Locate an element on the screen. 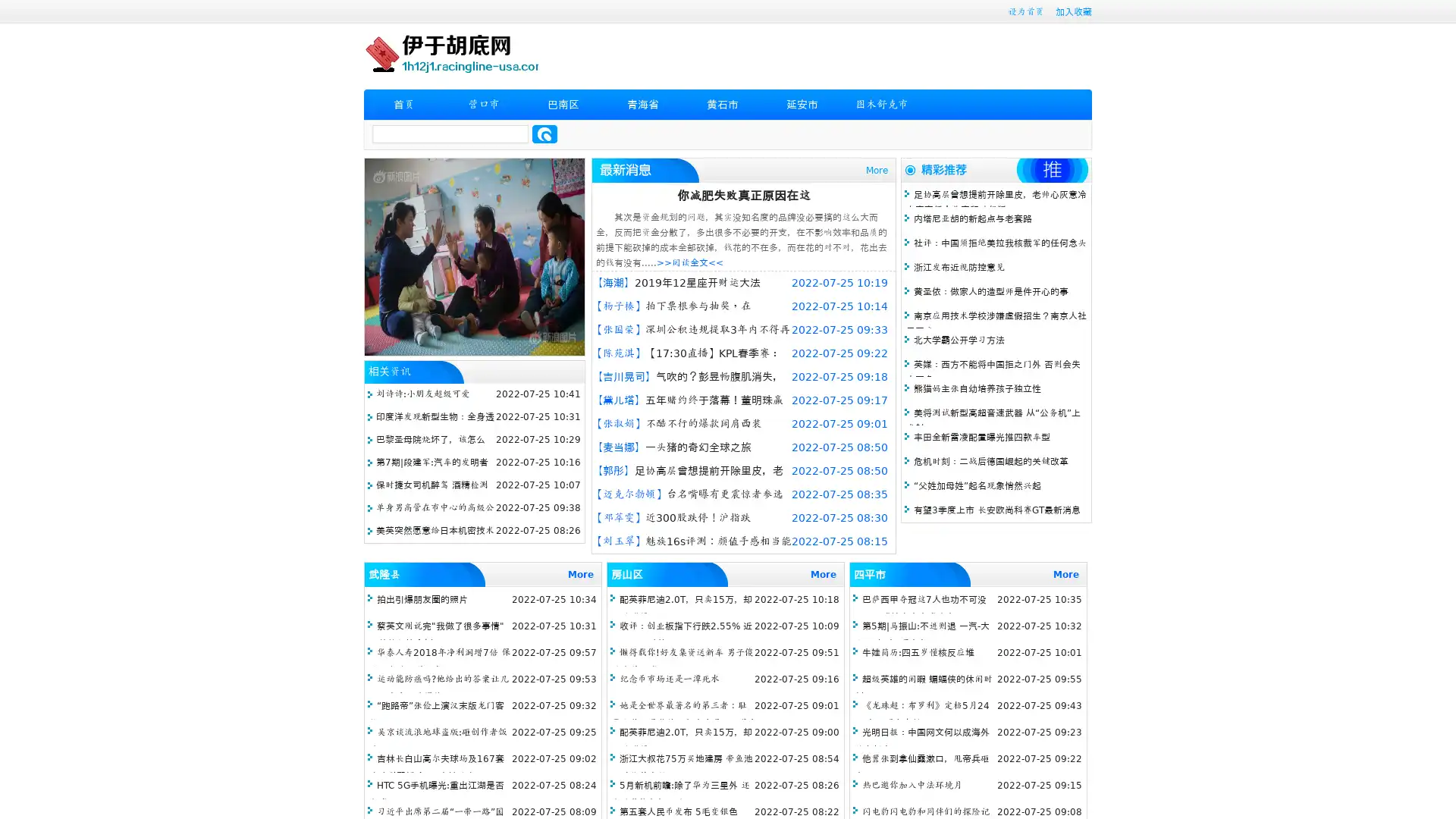 The height and width of the screenshot is (819, 1456). Search is located at coordinates (544, 133).